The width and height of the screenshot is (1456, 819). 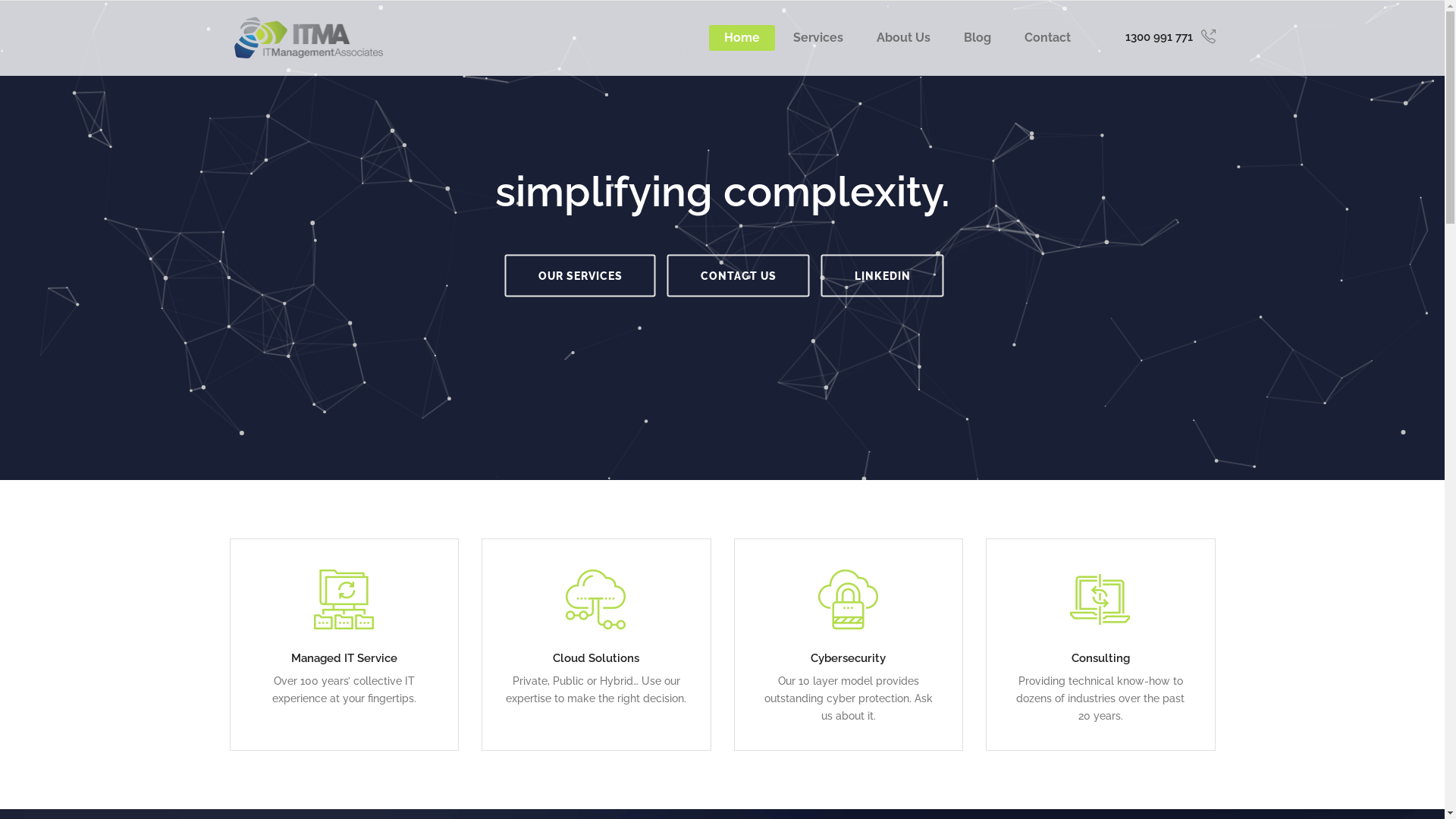 I want to click on 'OUR SERVICES', so click(x=579, y=275).